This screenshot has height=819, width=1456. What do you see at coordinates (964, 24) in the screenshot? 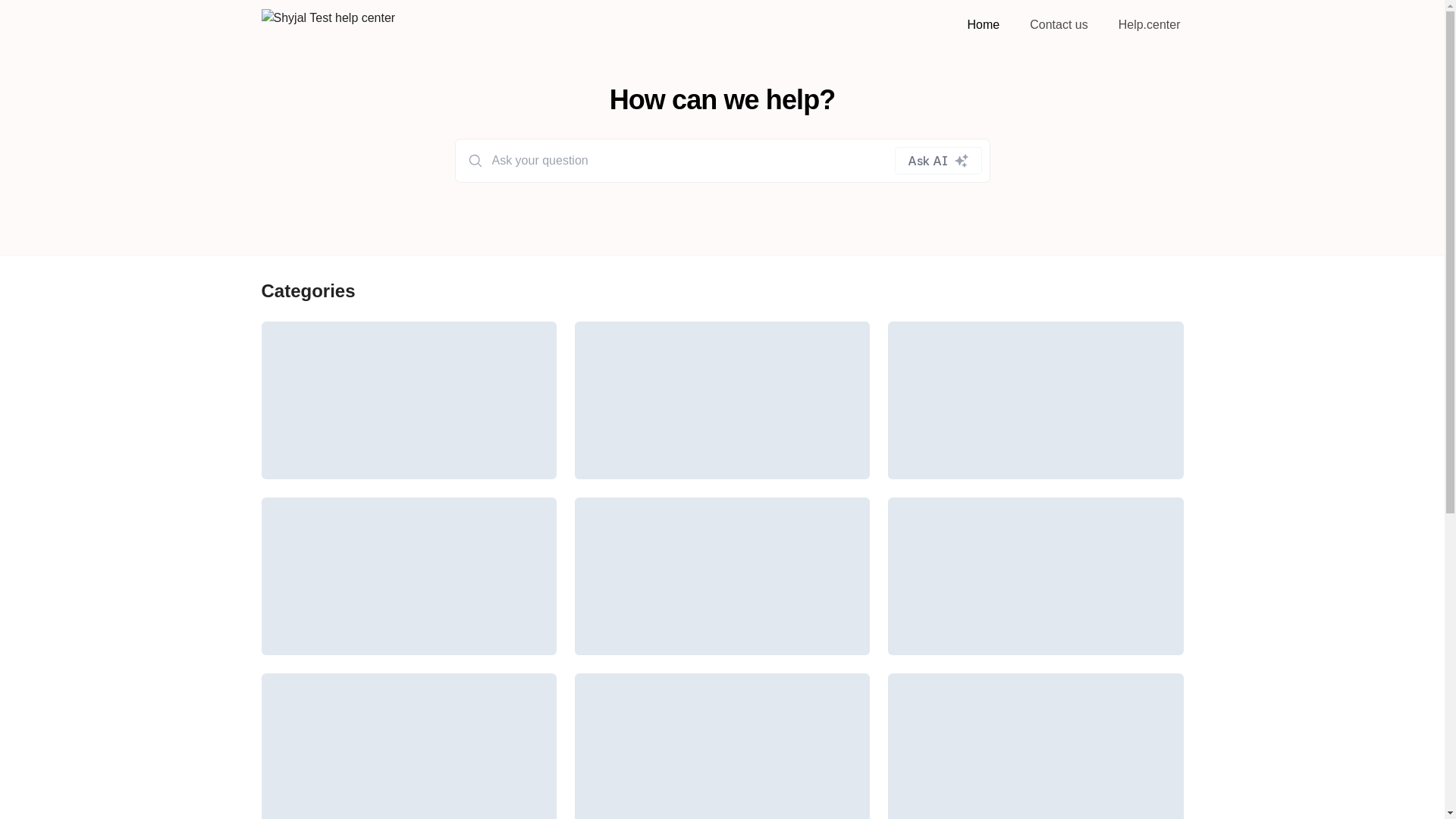
I see `'Home'` at bounding box center [964, 24].